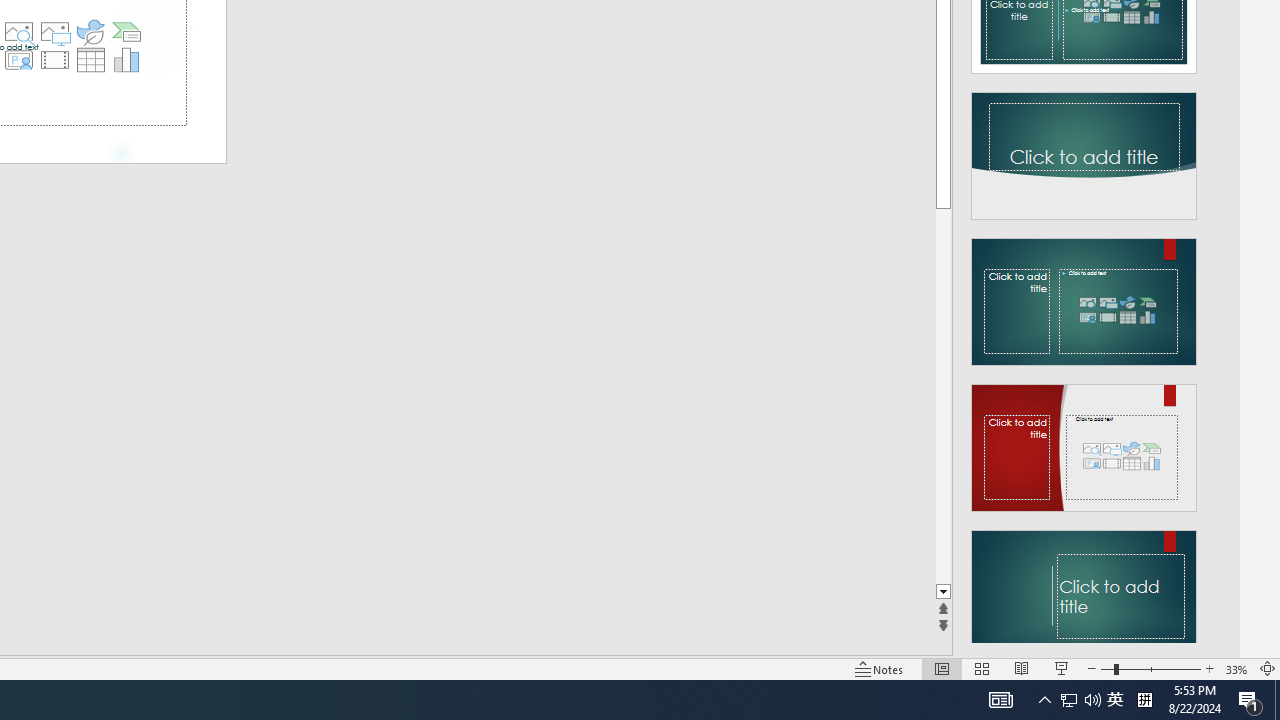 This screenshot has width=1280, height=720. What do you see at coordinates (1236, 669) in the screenshot?
I see `'Zoom 33%'` at bounding box center [1236, 669].